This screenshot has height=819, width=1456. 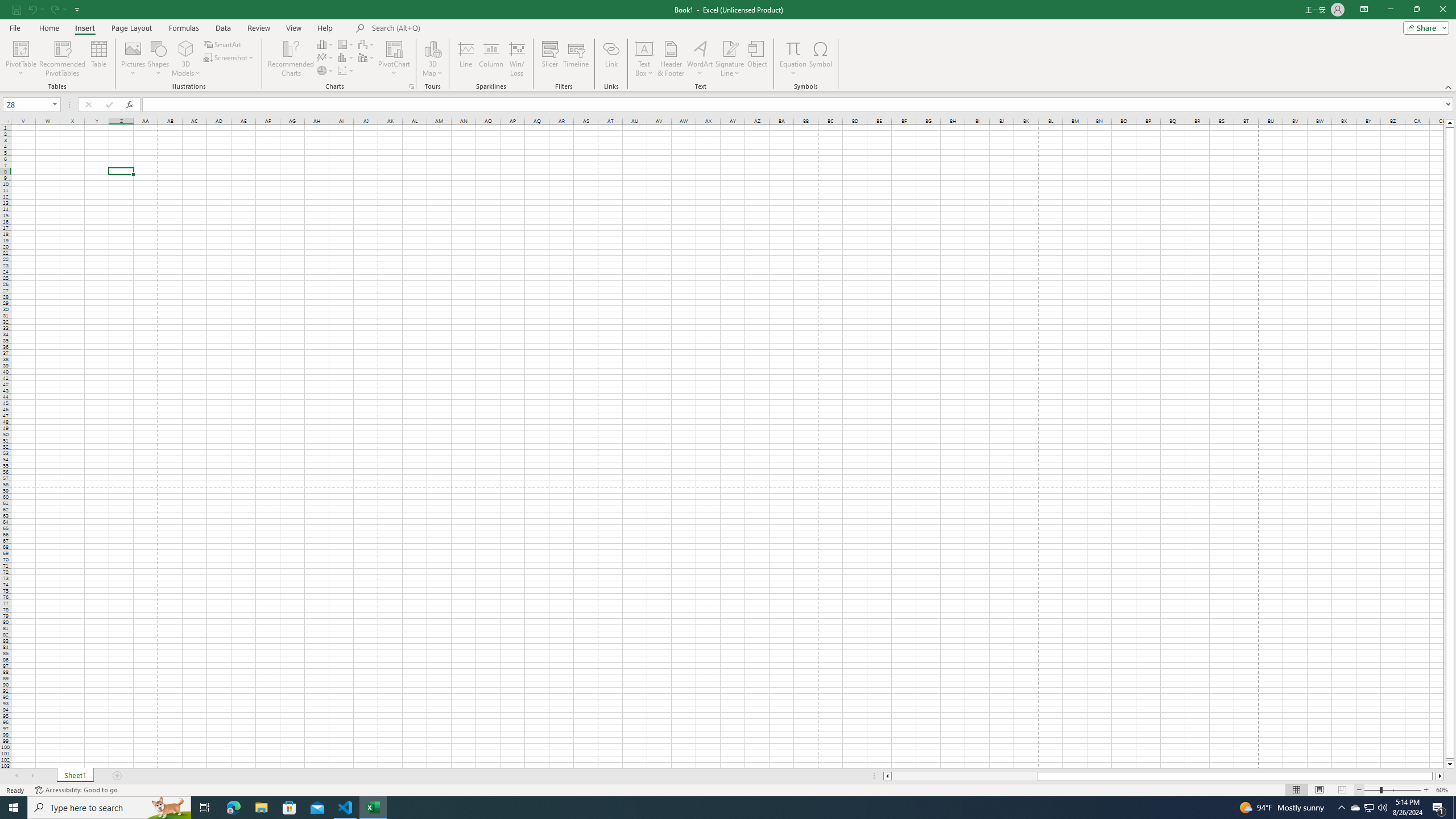 I want to click on 'Header & Footer...', so click(x=671, y=59).